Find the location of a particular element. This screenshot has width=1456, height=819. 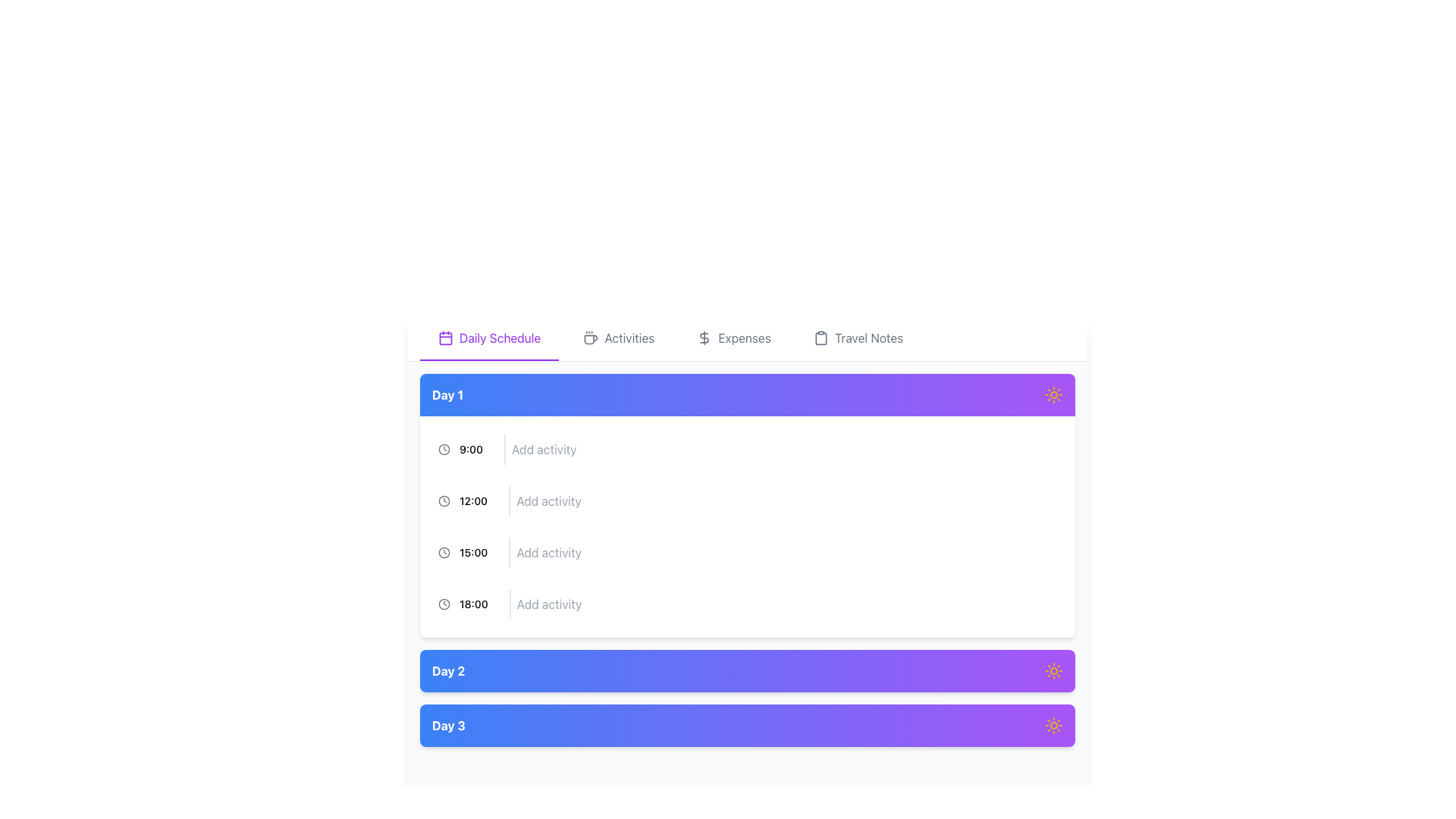

the interactive list item displaying the time '15:00' is located at coordinates (747, 553).